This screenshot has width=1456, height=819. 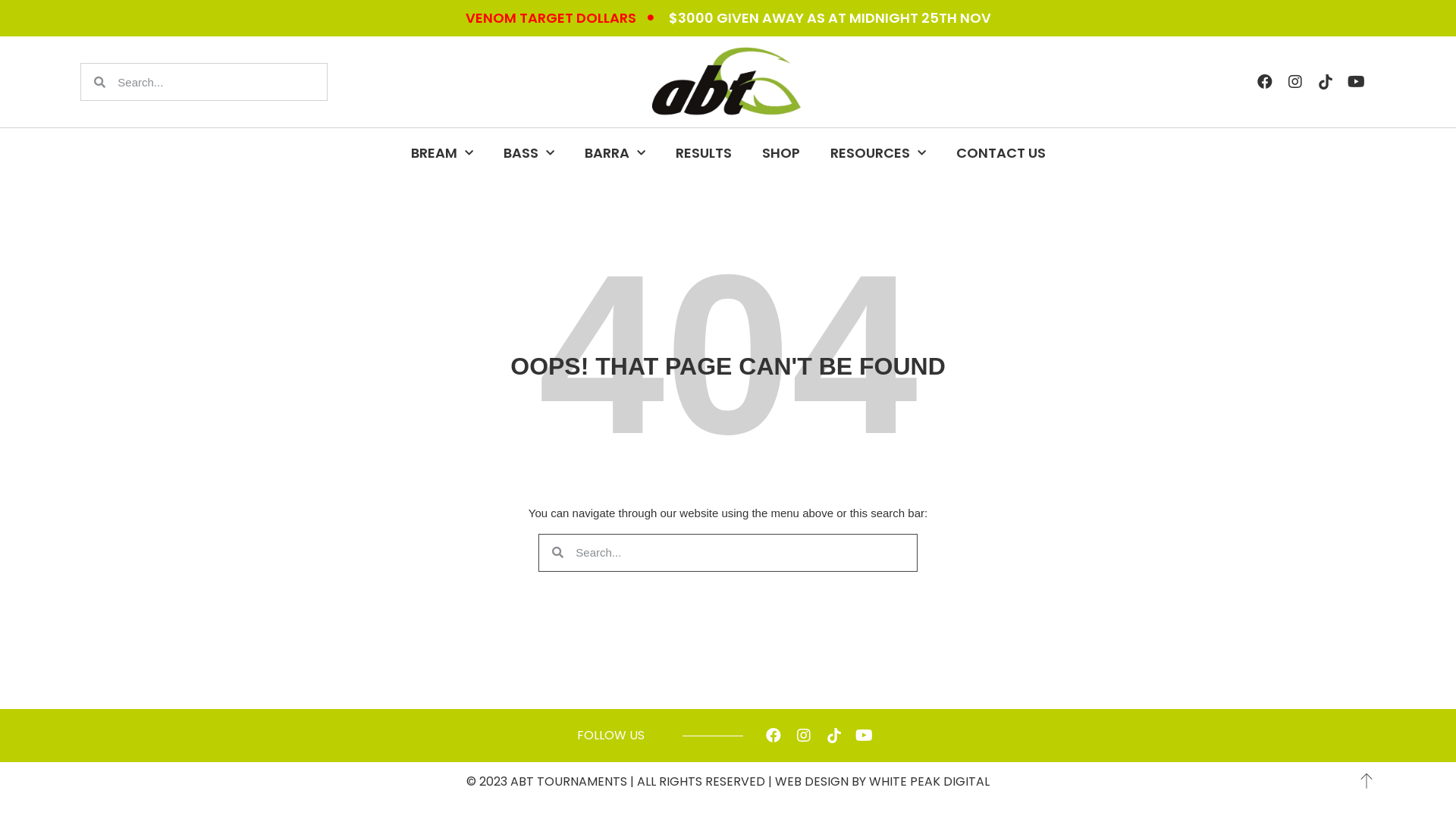 What do you see at coordinates (780, 152) in the screenshot?
I see `'SHOP'` at bounding box center [780, 152].